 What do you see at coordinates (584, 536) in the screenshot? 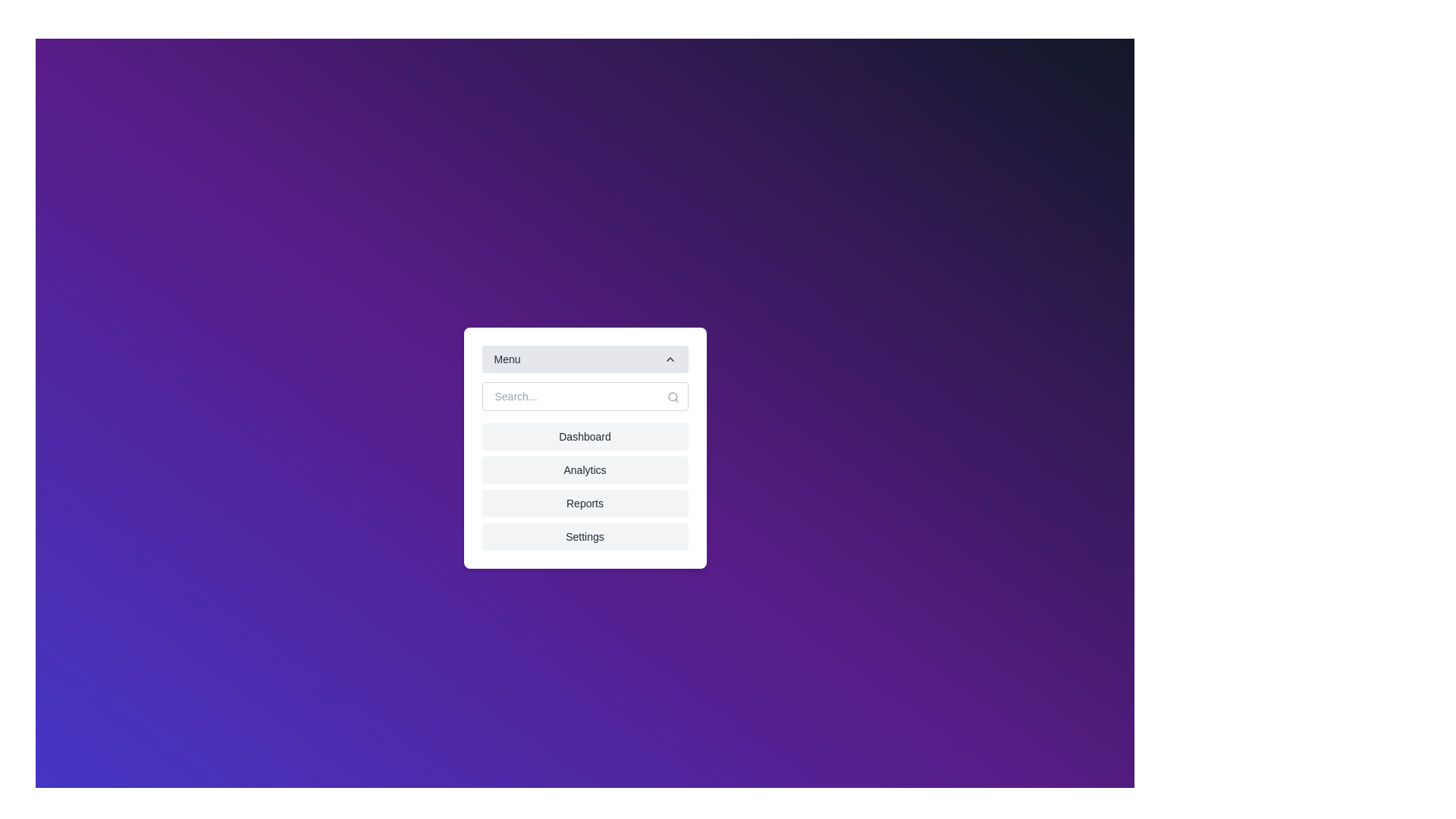
I see `the menu option Settings` at bounding box center [584, 536].